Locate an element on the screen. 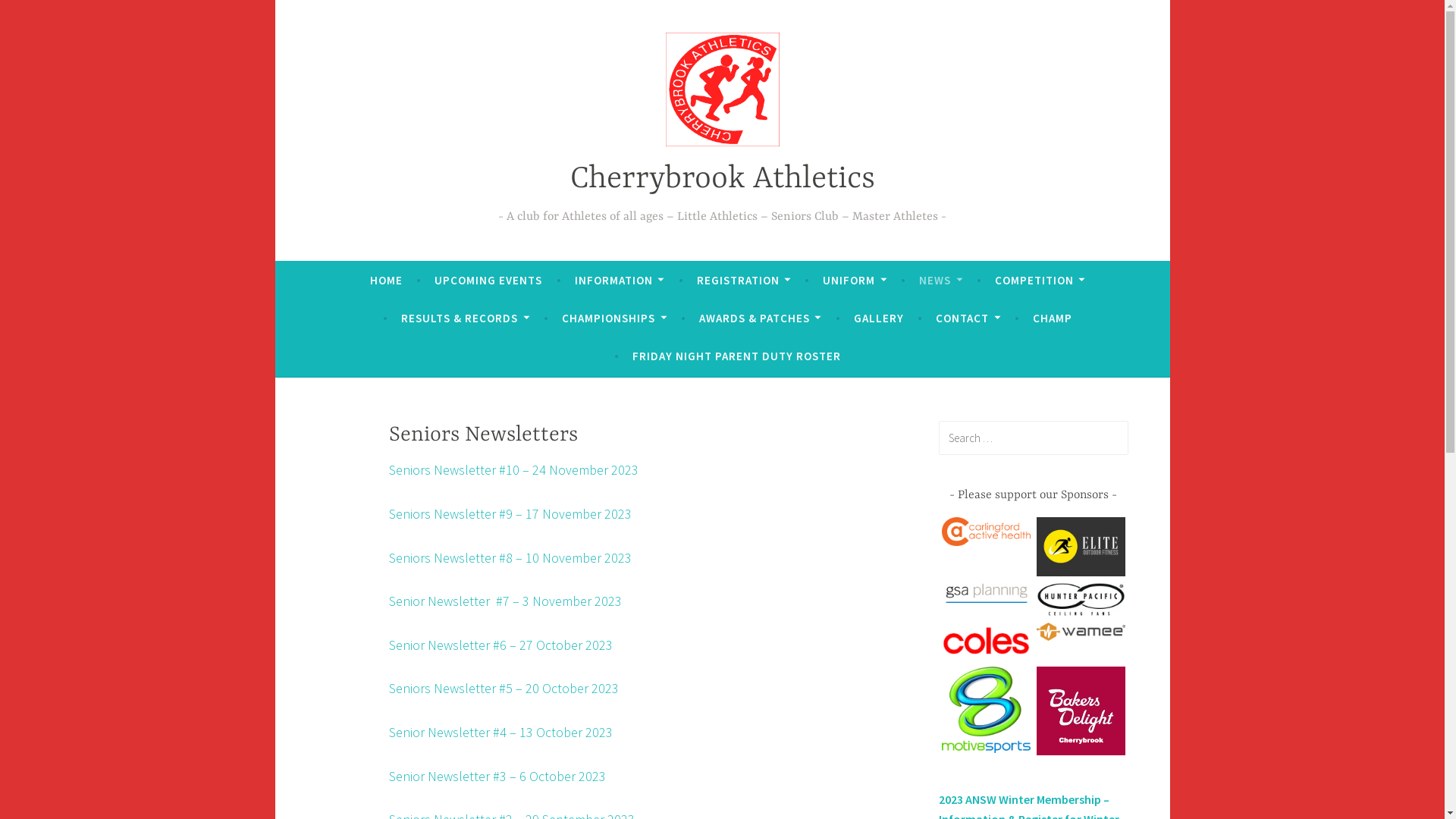 This screenshot has height=819, width=1456. 'UPCOMING EVENTS' is located at coordinates (488, 281).